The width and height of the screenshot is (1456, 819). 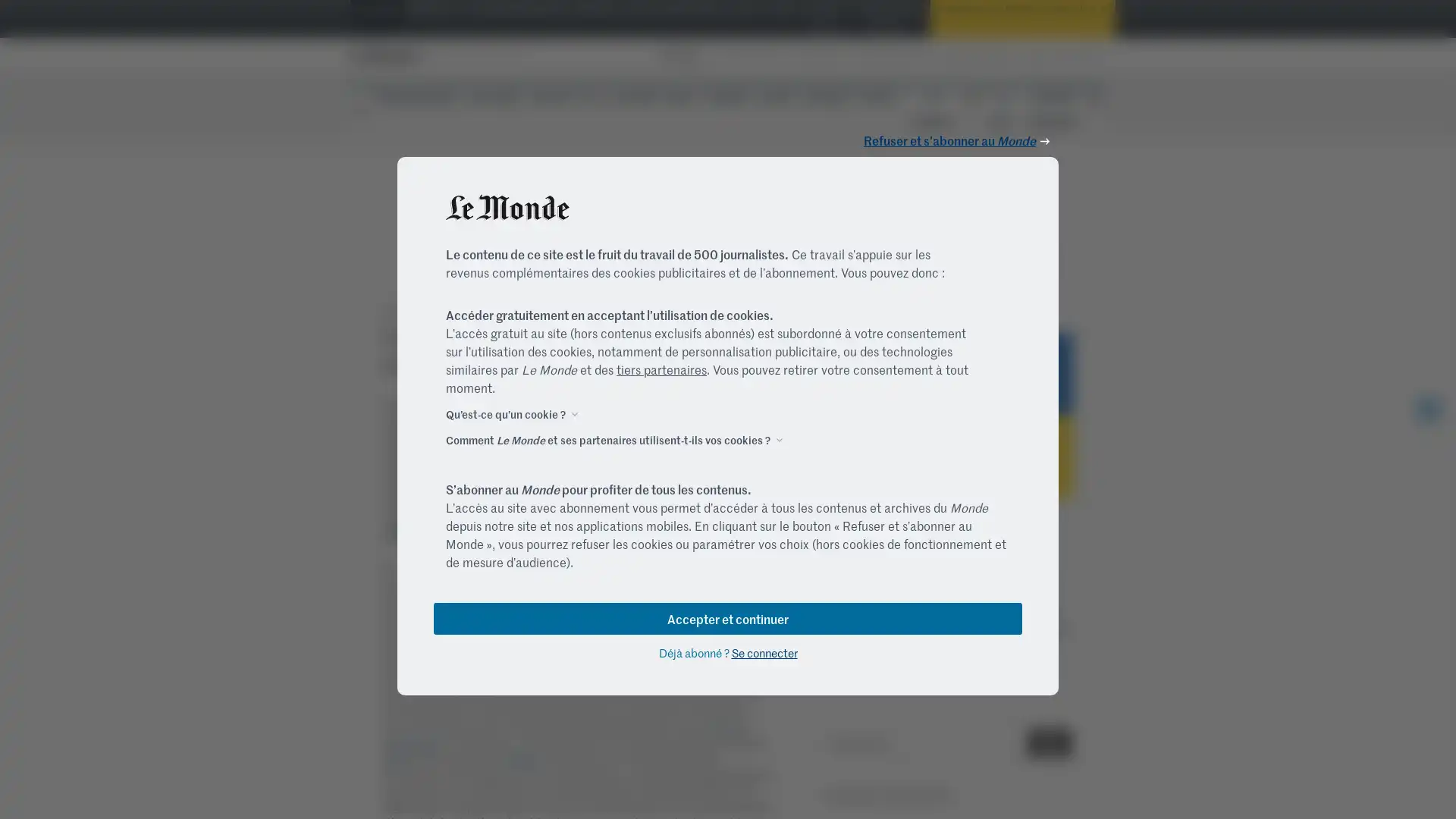 What do you see at coordinates (607, 438) in the screenshot?
I see `Comment Le Monde et ses partenaires utilisent-t-ils vos cookies ?` at bounding box center [607, 438].